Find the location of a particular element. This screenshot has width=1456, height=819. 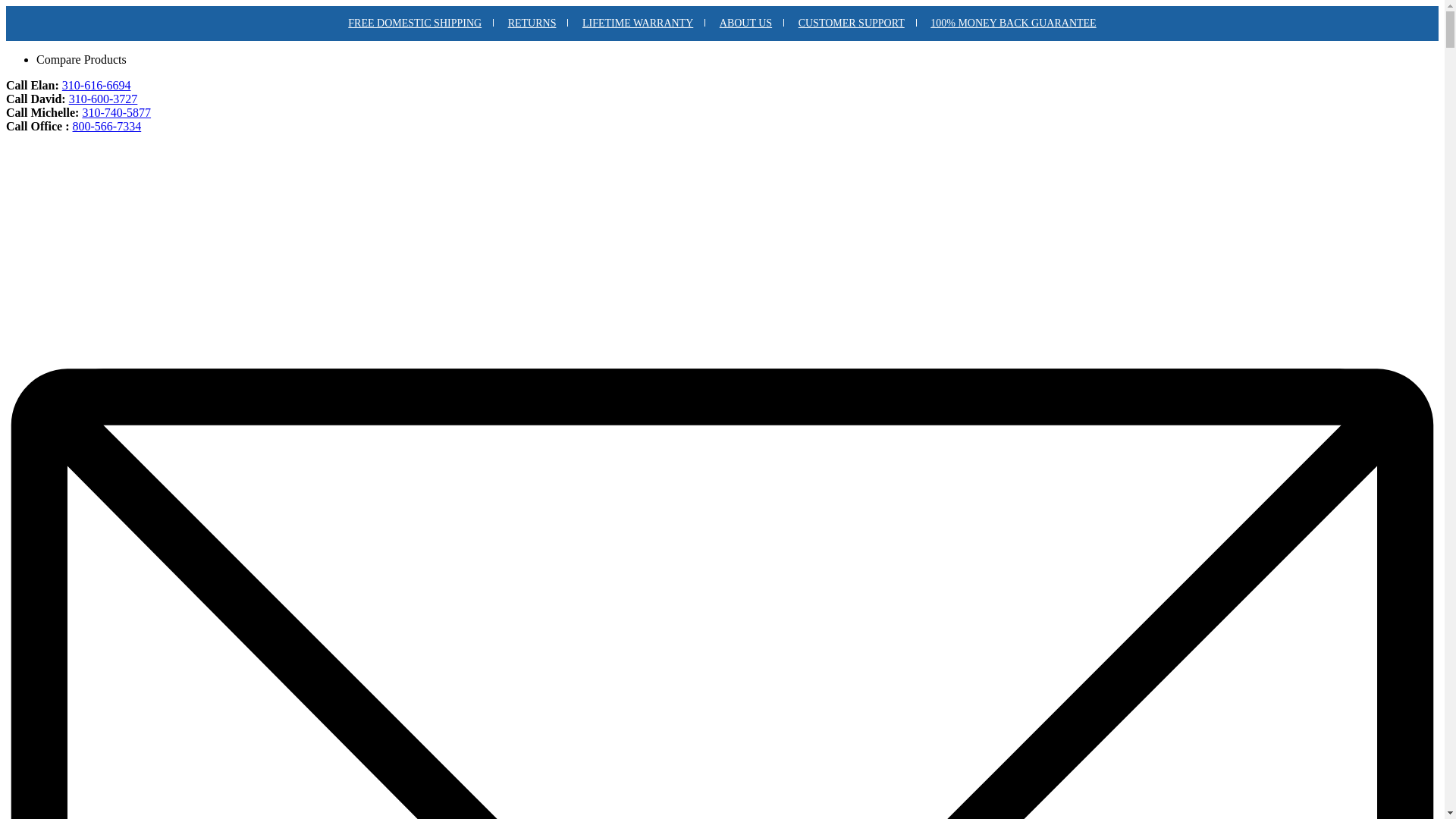

'RETURNS' is located at coordinates (532, 23).